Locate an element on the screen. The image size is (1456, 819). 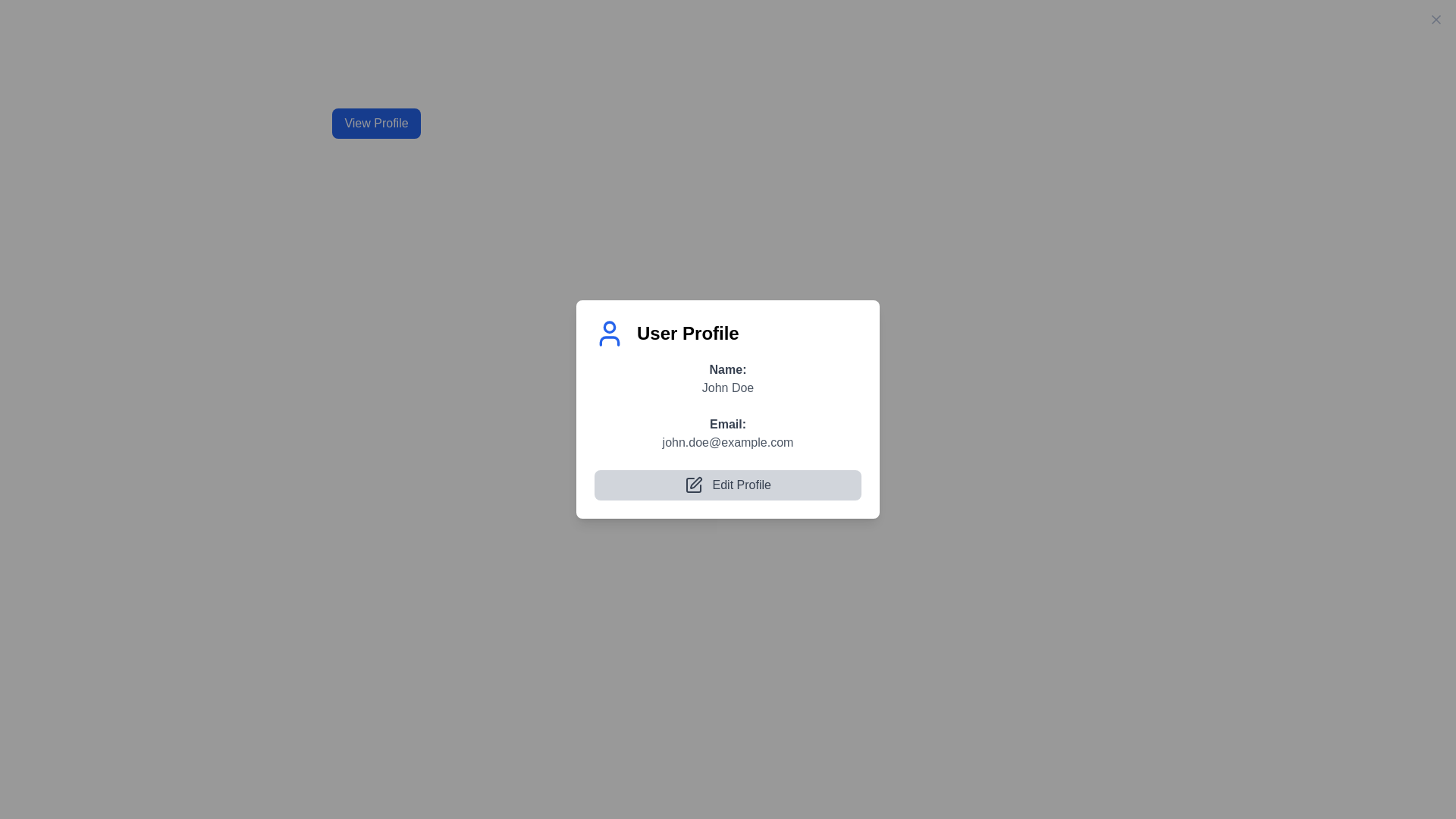
text content of the Text Display Pair labeled 'Name:' and 'John Doe', which is the first information item in the User Profile section is located at coordinates (728, 377).